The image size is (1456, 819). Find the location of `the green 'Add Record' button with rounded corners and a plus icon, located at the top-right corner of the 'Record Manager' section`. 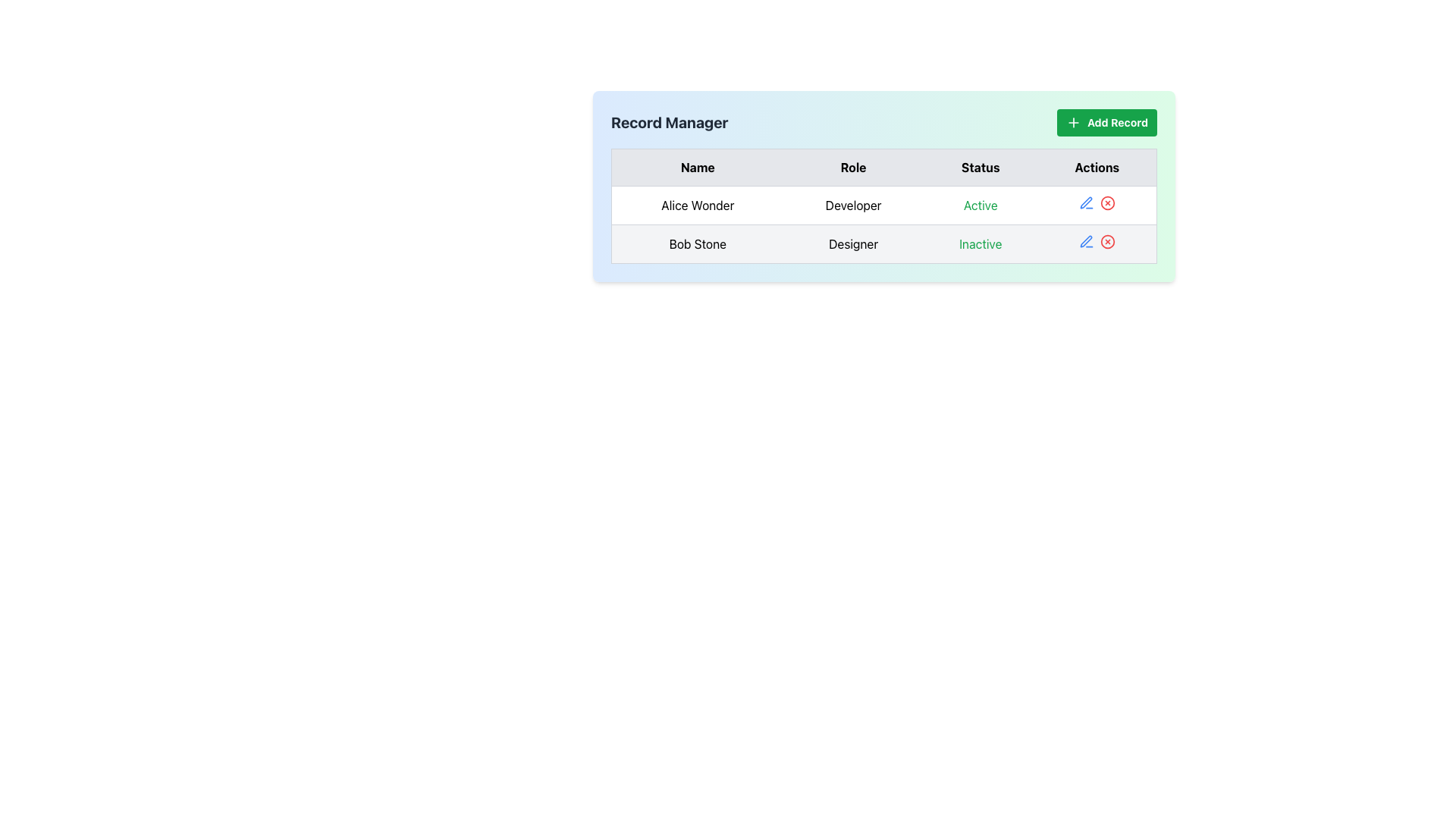

the green 'Add Record' button with rounded corners and a plus icon, located at the top-right corner of the 'Record Manager' section is located at coordinates (1106, 122).